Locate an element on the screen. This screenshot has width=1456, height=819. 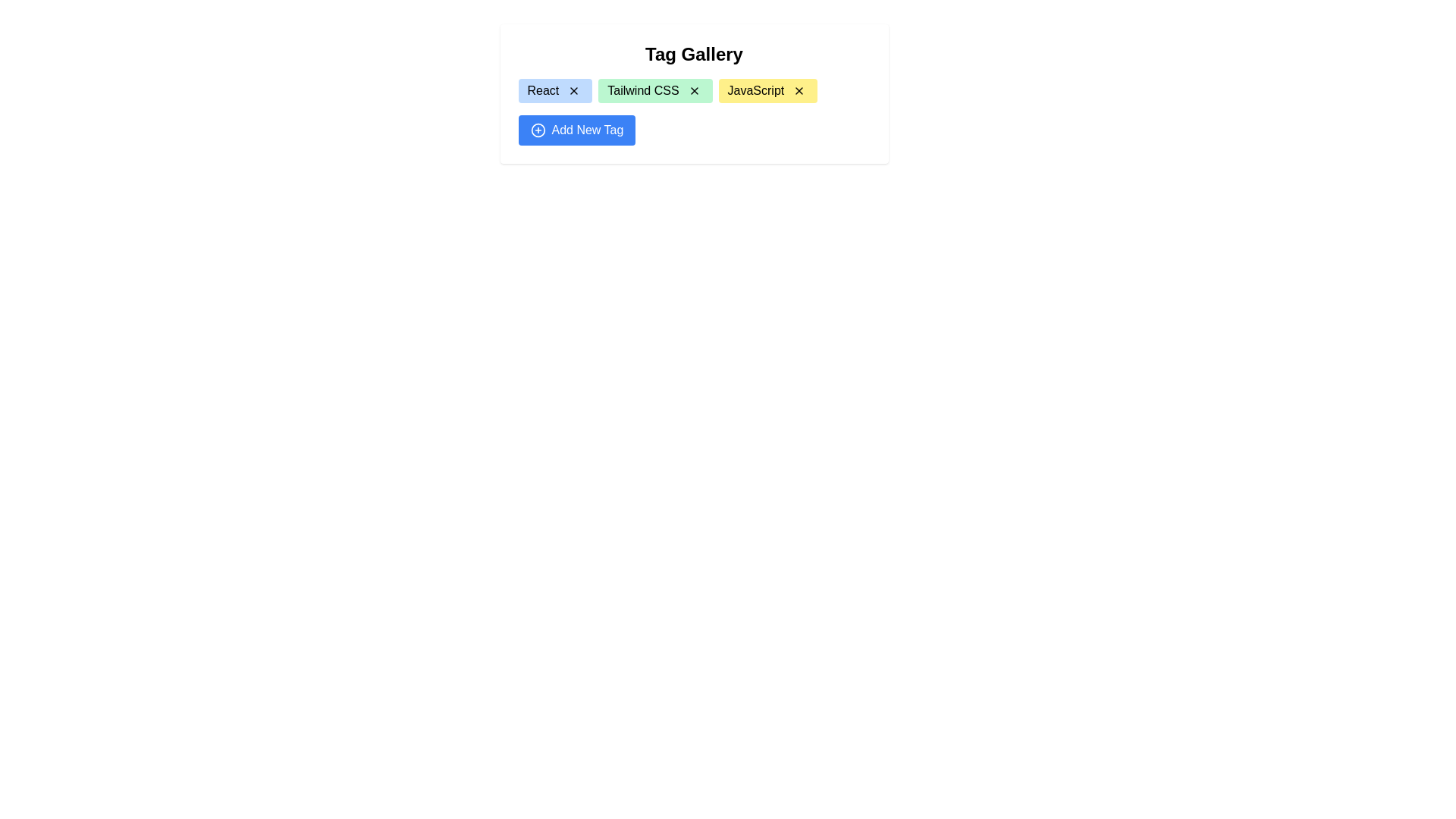
the Tag component with the text 'Tailwind CSS' and the remove button, which is styled with a green background and is the second element in a horizontal list of badges is located at coordinates (655, 90).